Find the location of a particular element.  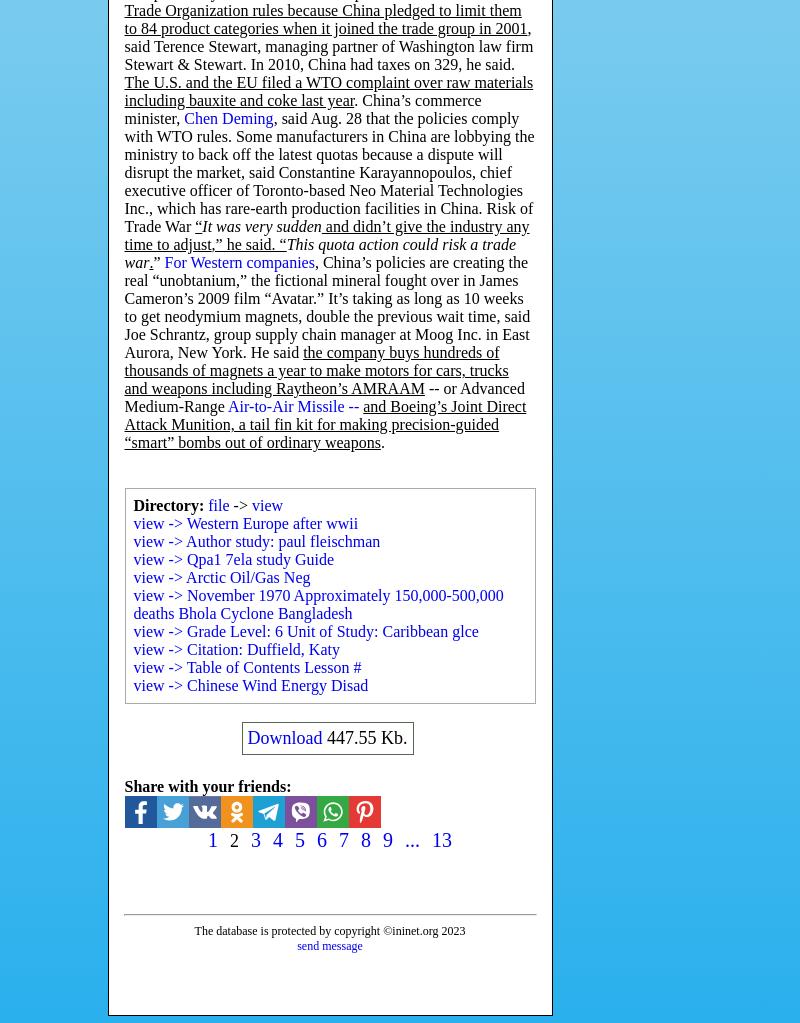

'Directory:' is located at coordinates (167, 505).